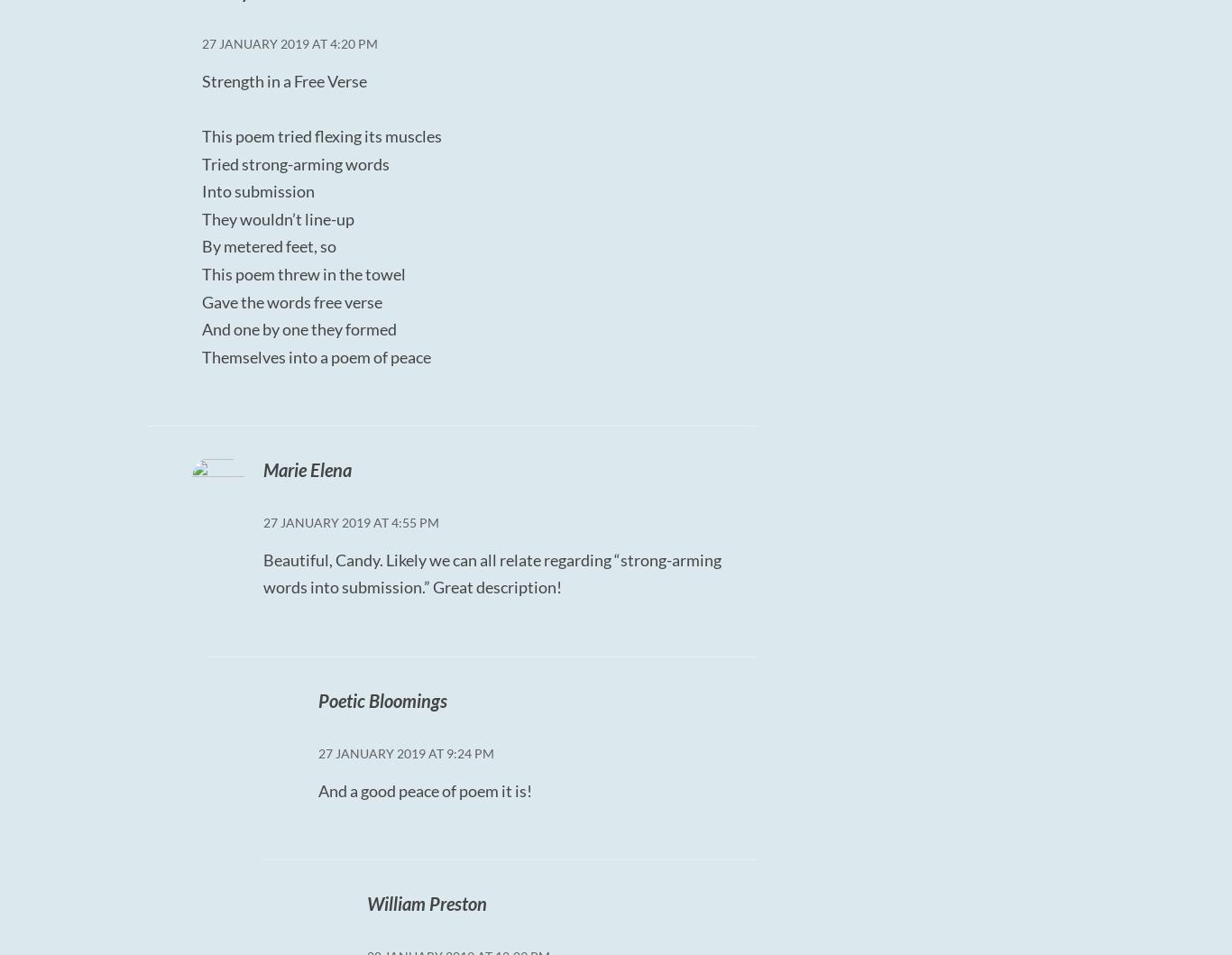 This screenshot has width=1232, height=955. I want to click on '27 January 2019 at 4:55 PM', so click(349, 521).